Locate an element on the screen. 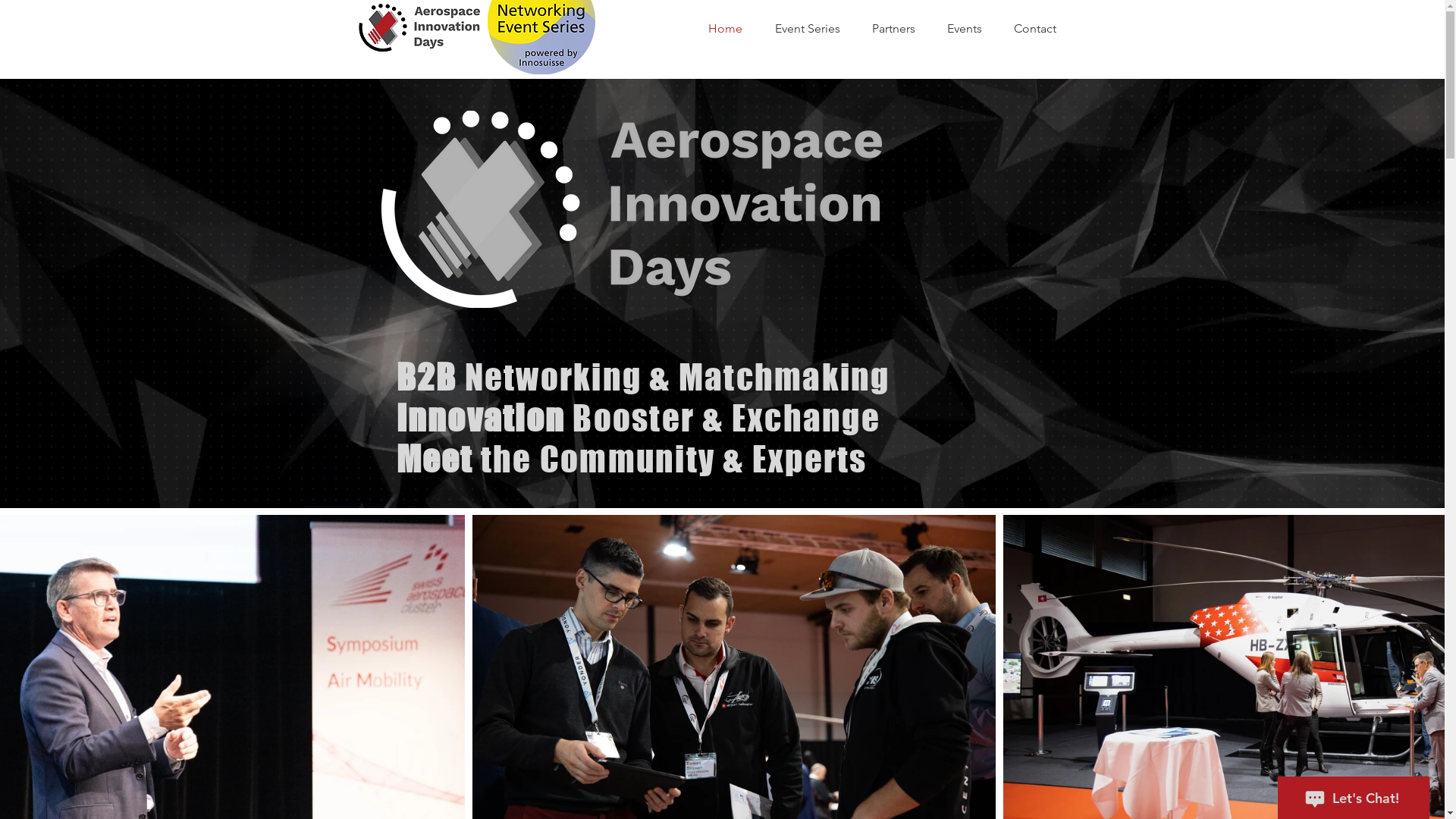  'Home' is located at coordinates (734, 28).